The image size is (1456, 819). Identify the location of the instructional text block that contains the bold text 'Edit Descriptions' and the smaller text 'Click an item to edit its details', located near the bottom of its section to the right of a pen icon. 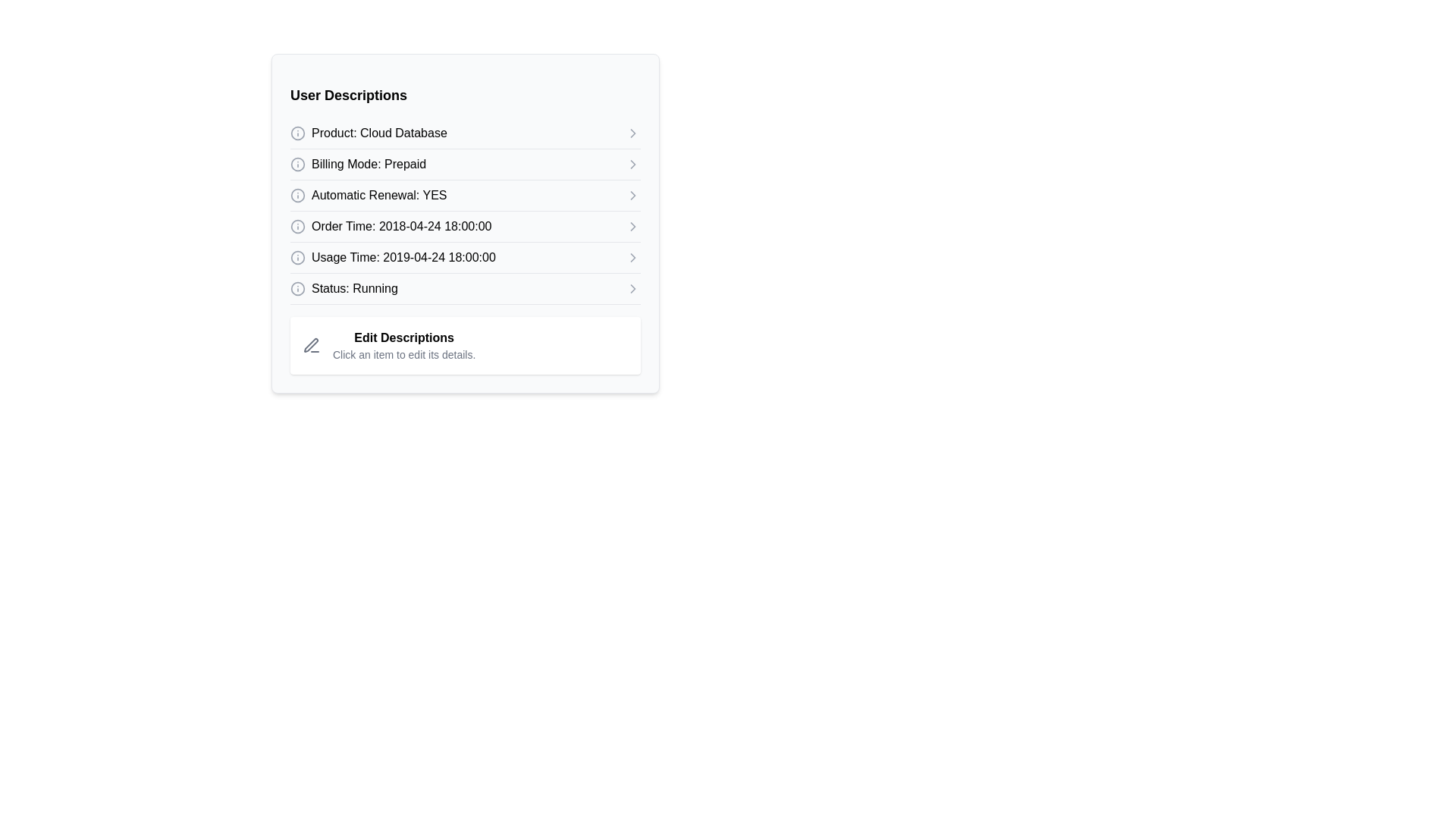
(404, 345).